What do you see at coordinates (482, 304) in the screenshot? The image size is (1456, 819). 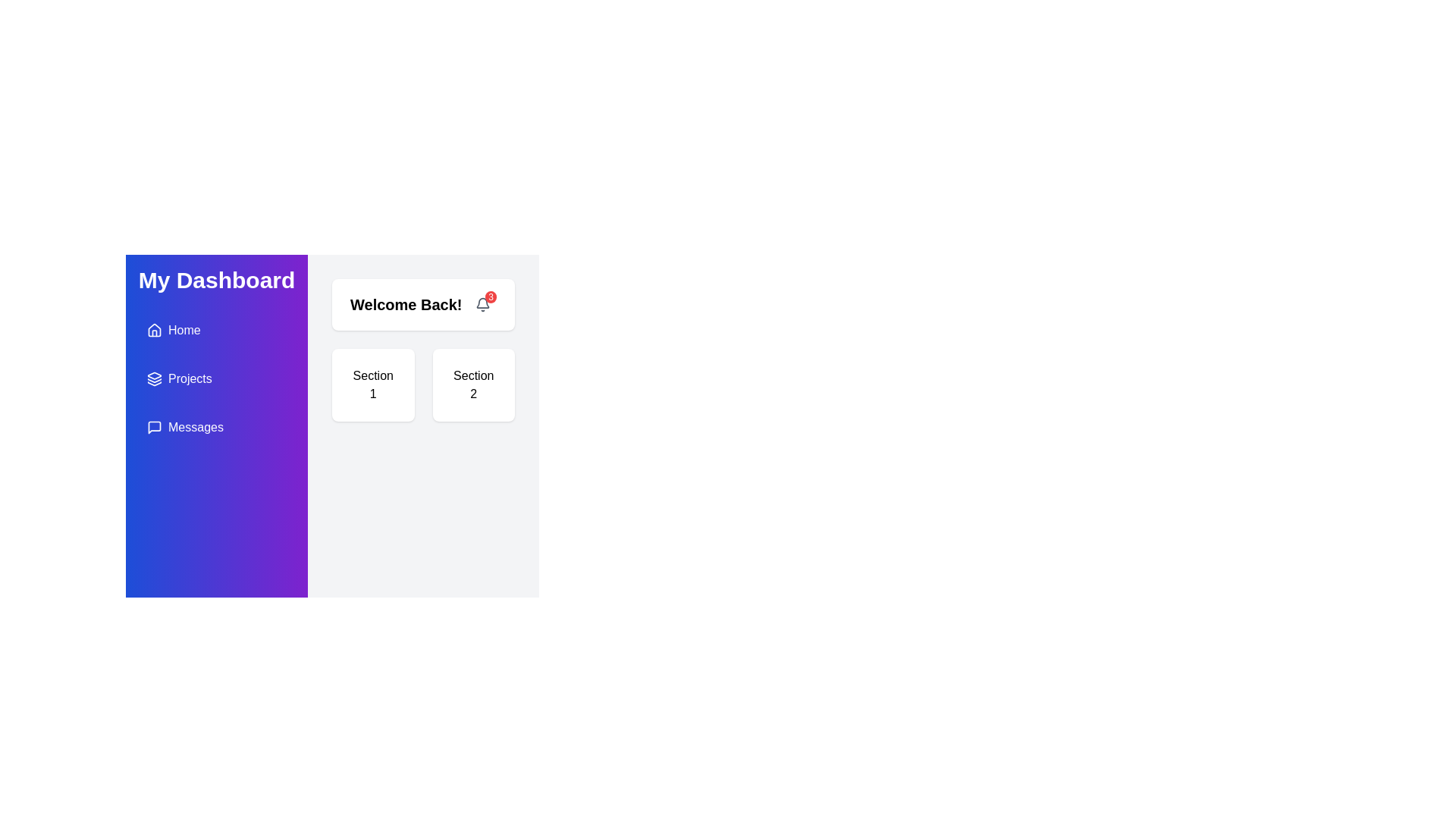 I see `the notification icon located in the top right corner of the dashboard` at bounding box center [482, 304].